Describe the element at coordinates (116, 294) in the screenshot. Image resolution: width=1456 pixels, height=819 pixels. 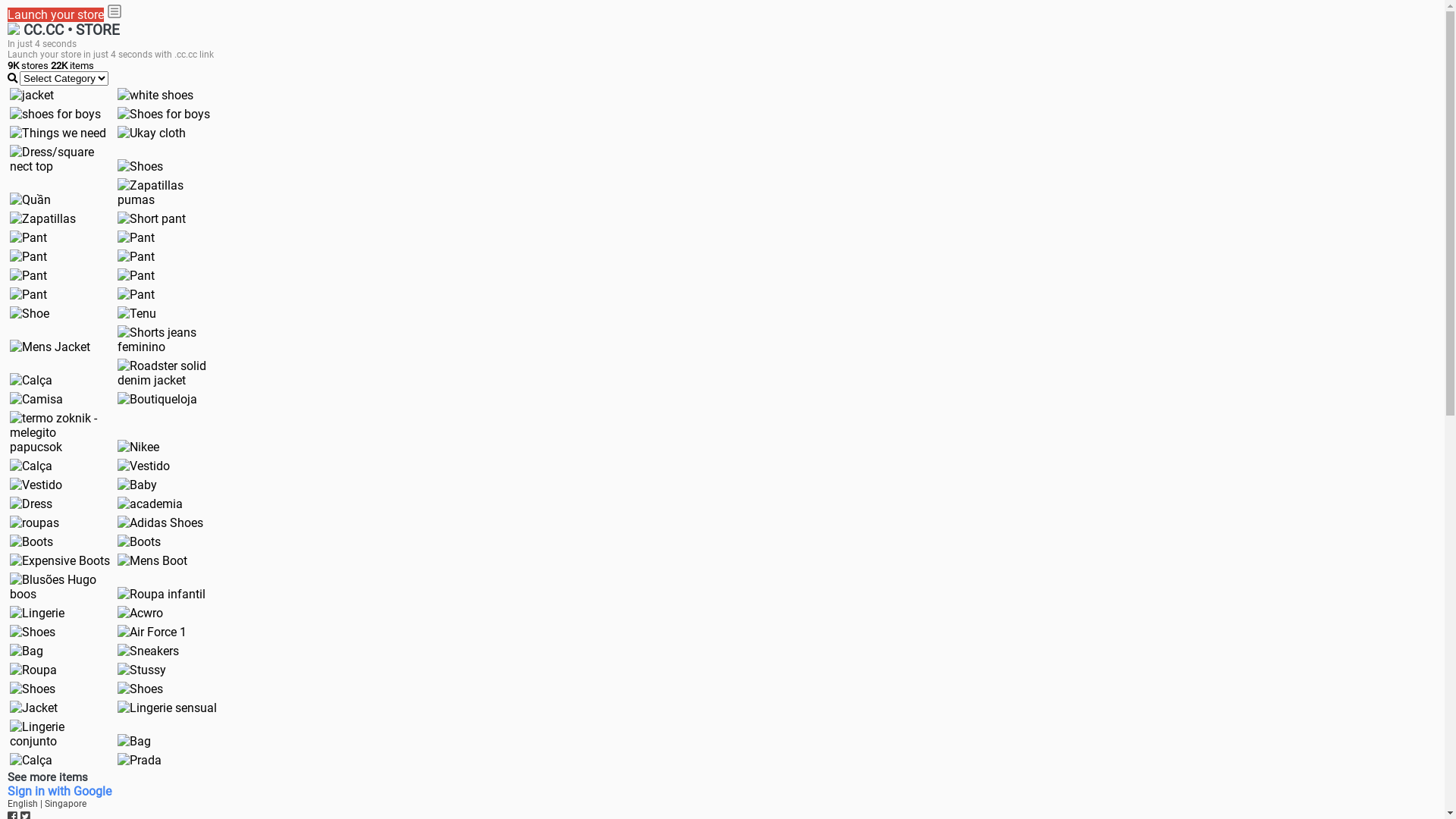
I see `'Pant'` at that location.